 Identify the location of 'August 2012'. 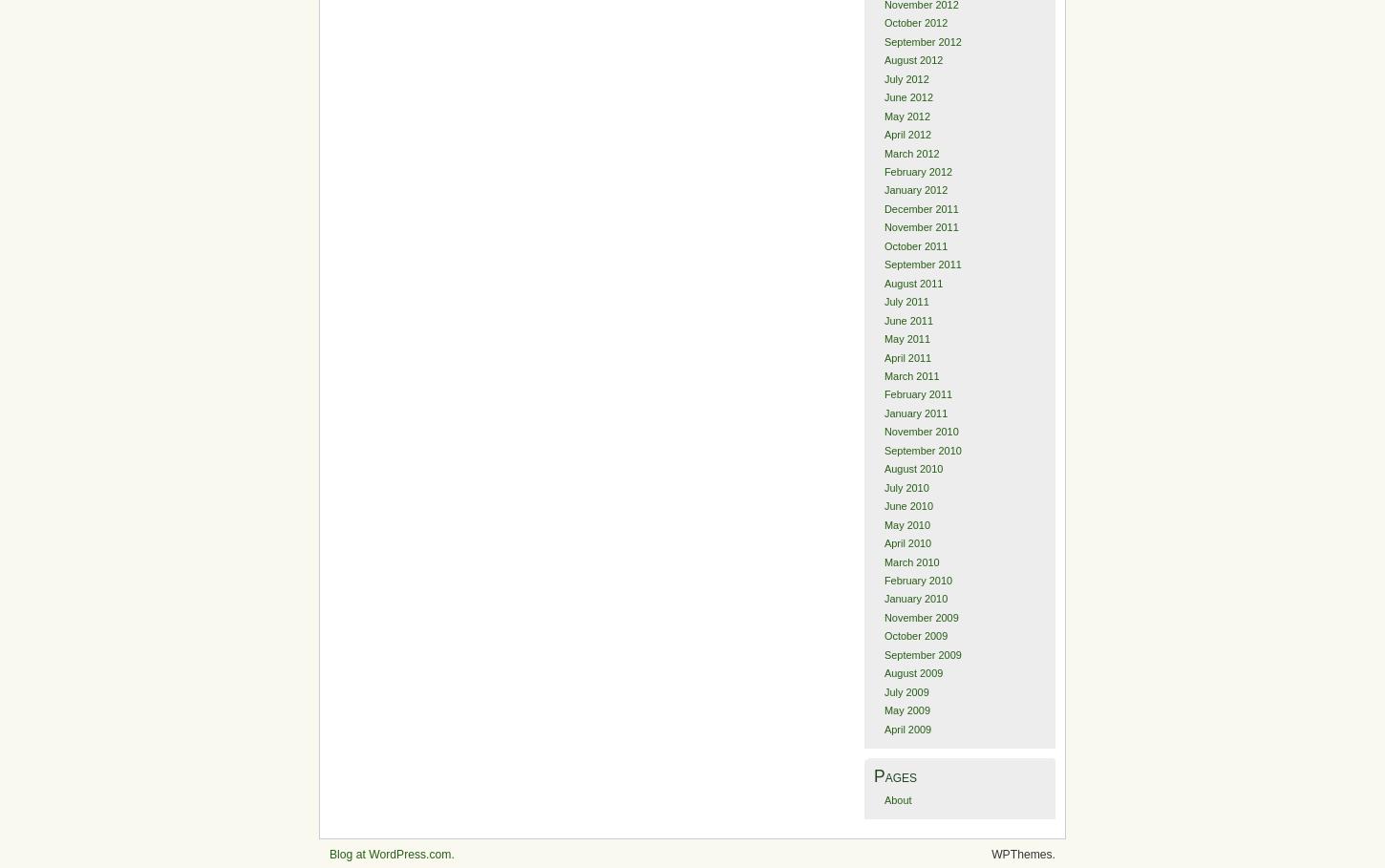
(911, 59).